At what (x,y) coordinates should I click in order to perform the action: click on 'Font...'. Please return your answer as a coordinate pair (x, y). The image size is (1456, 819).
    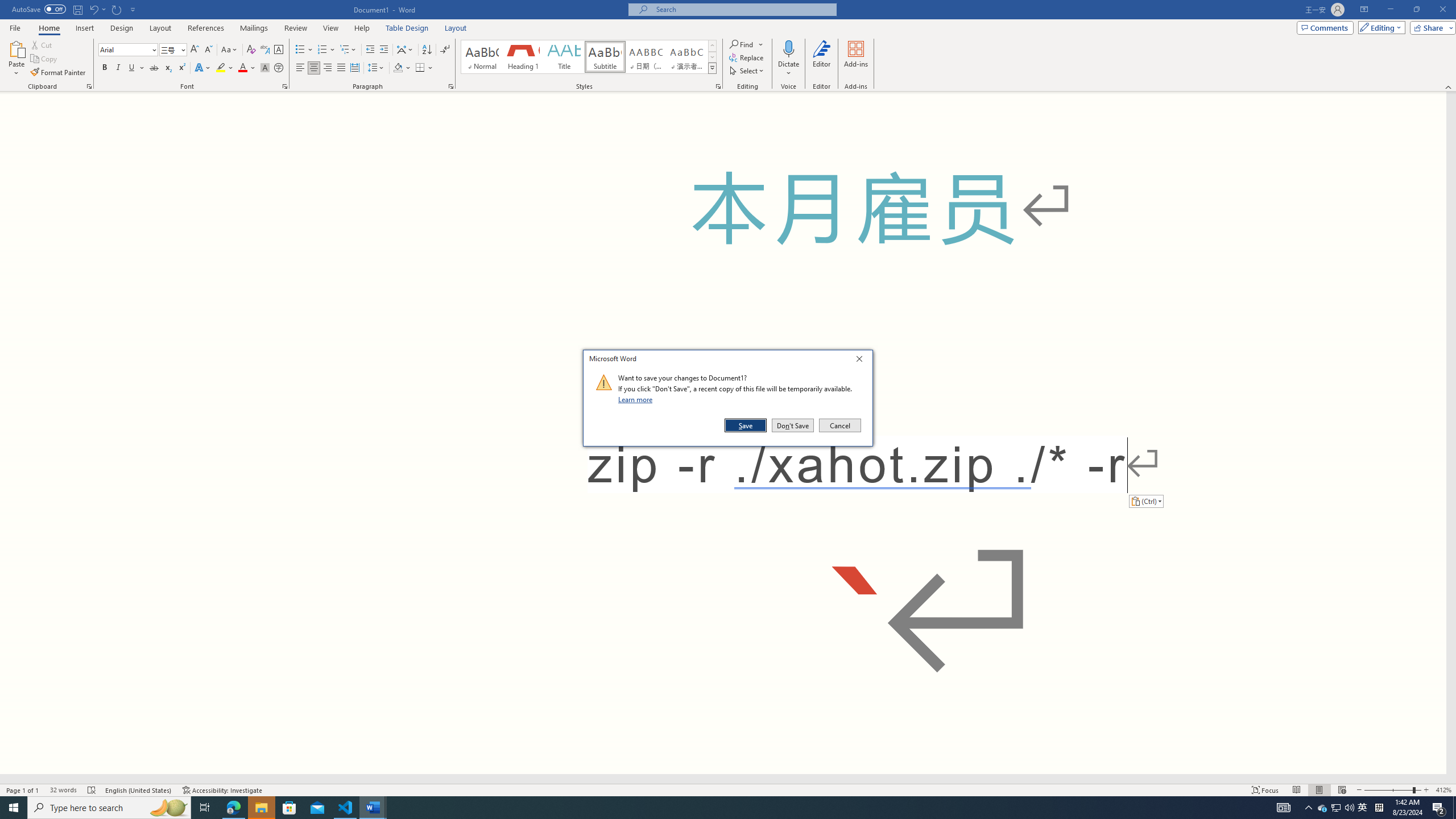
    Looking at the image, I should click on (285, 85).